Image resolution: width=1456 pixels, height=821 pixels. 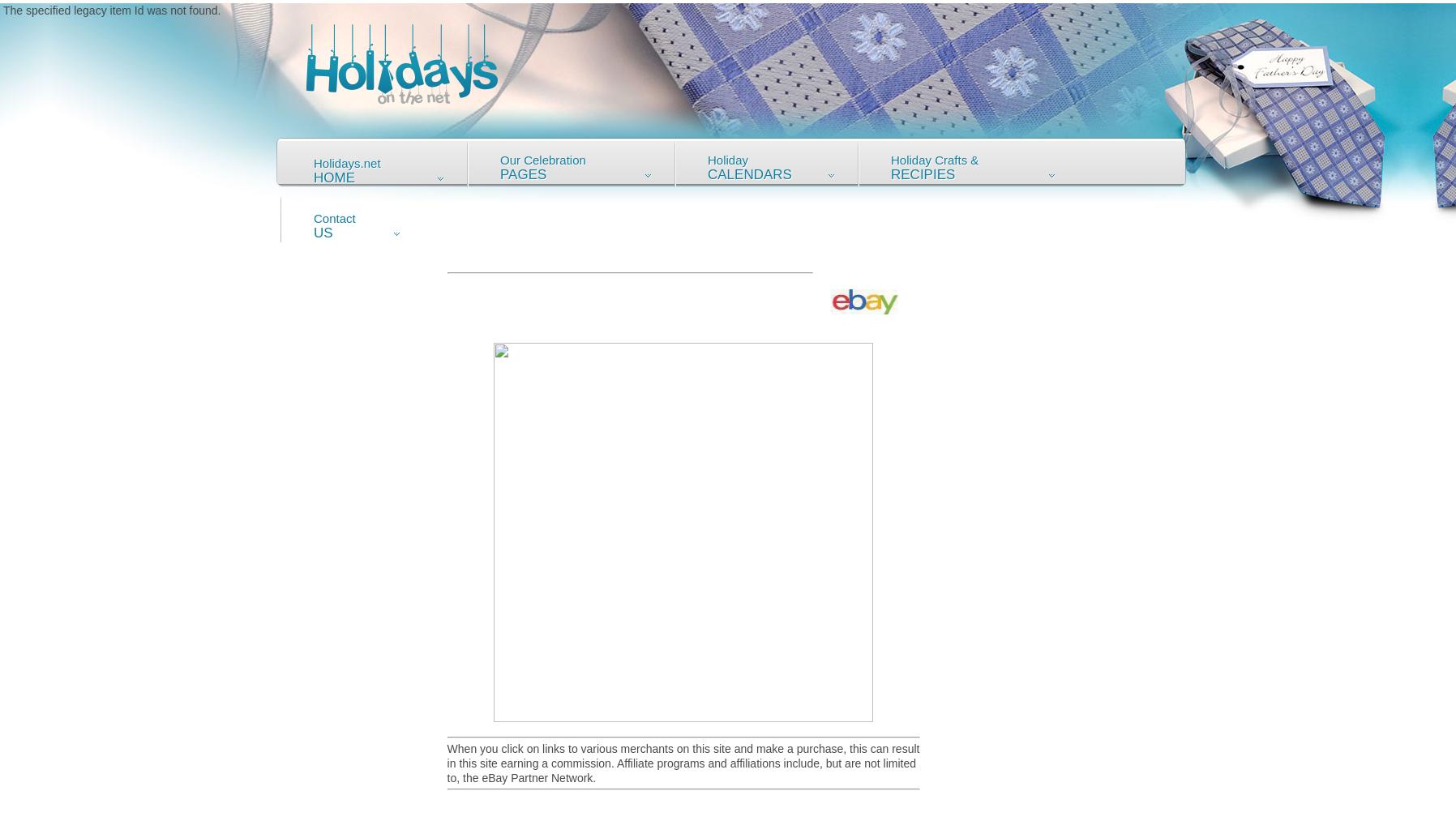 What do you see at coordinates (728, 160) in the screenshot?
I see `'Holiday'` at bounding box center [728, 160].